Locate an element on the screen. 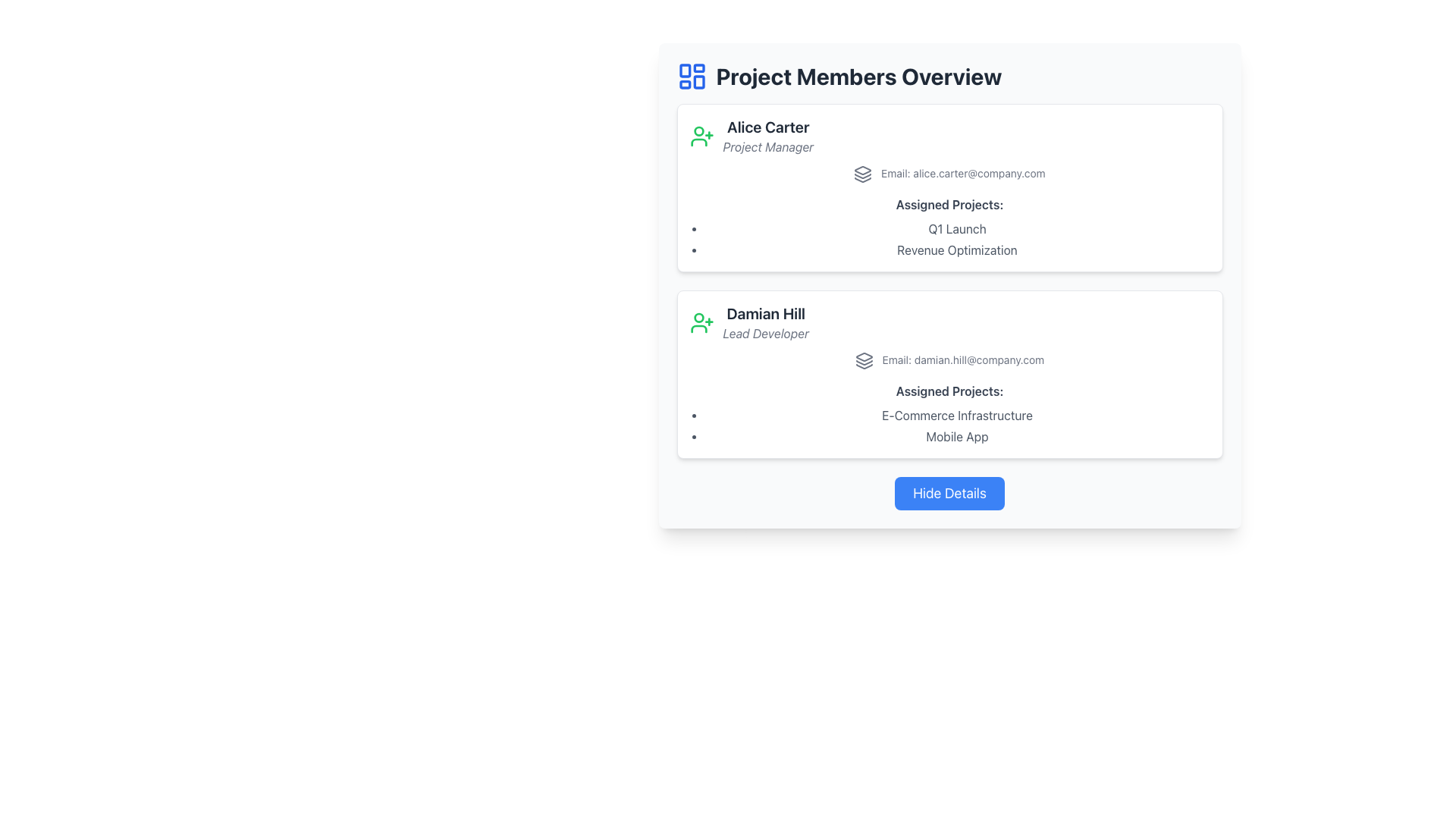 The width and height of the screenshot is (1456, 819). the 'Q1 Launch' label in the 'Assigned Projects:' section of Alice Carter's profile card is located at coordinates (956, 228).